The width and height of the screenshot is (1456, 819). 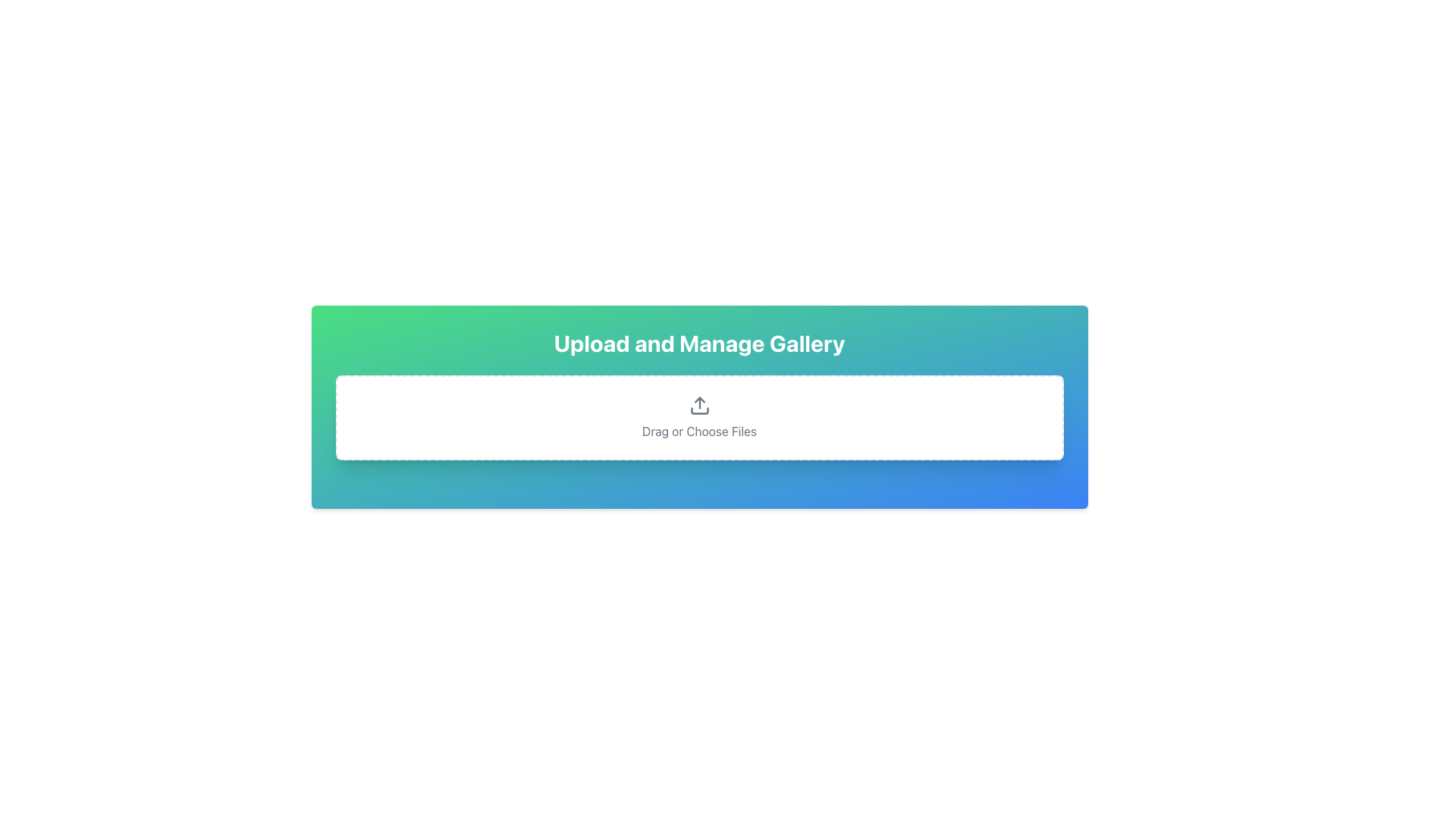 I want to click on and drop files into the drag-and-drop file upload zone element, which is a rectangular area with a white background, bordered by a dashed line, containing an upward-pointing arrow icon and the text 'Drag or Choose Files', so click(x=698, y=418).